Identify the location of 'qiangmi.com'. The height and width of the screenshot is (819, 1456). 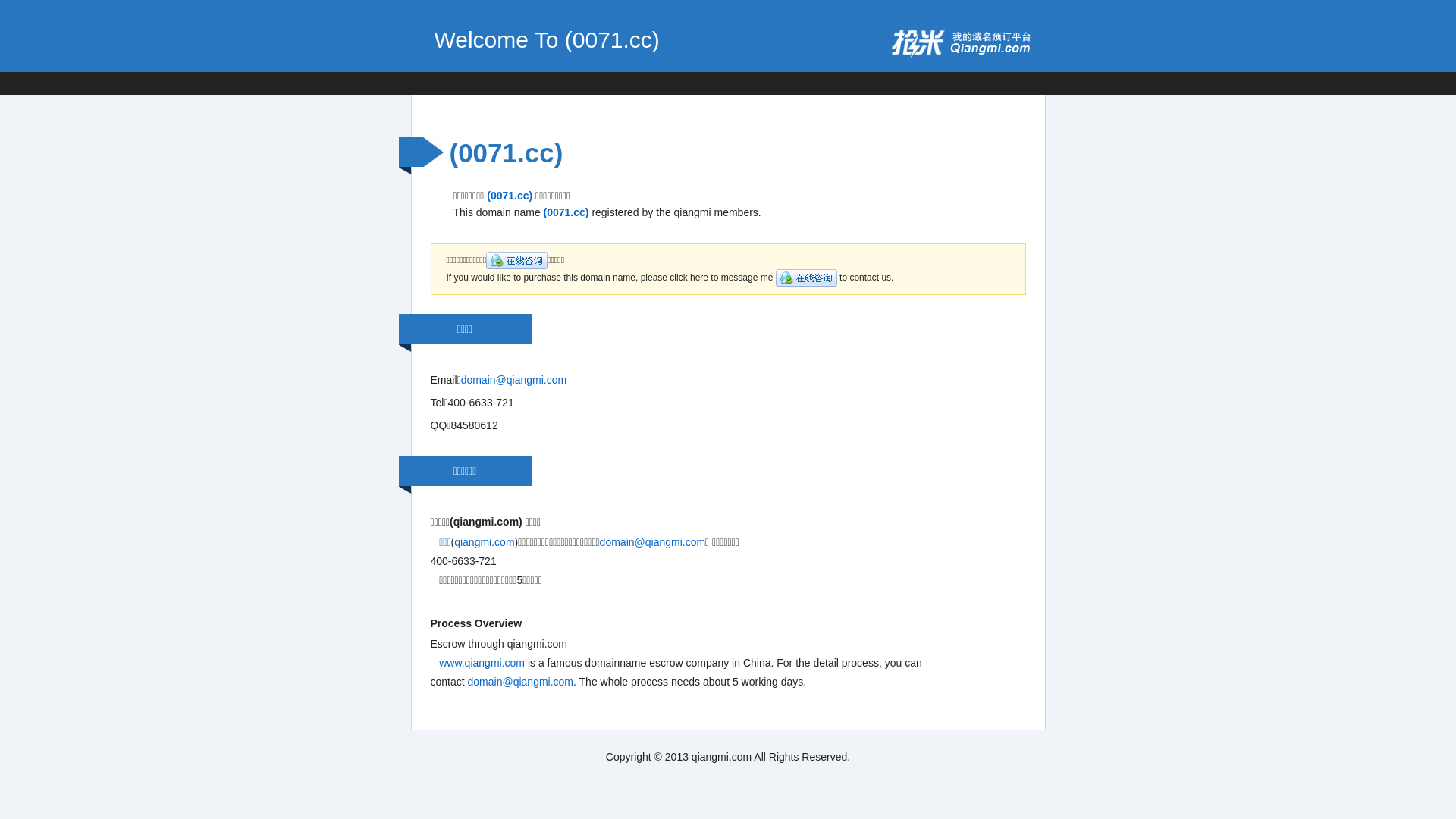
(483, 541).